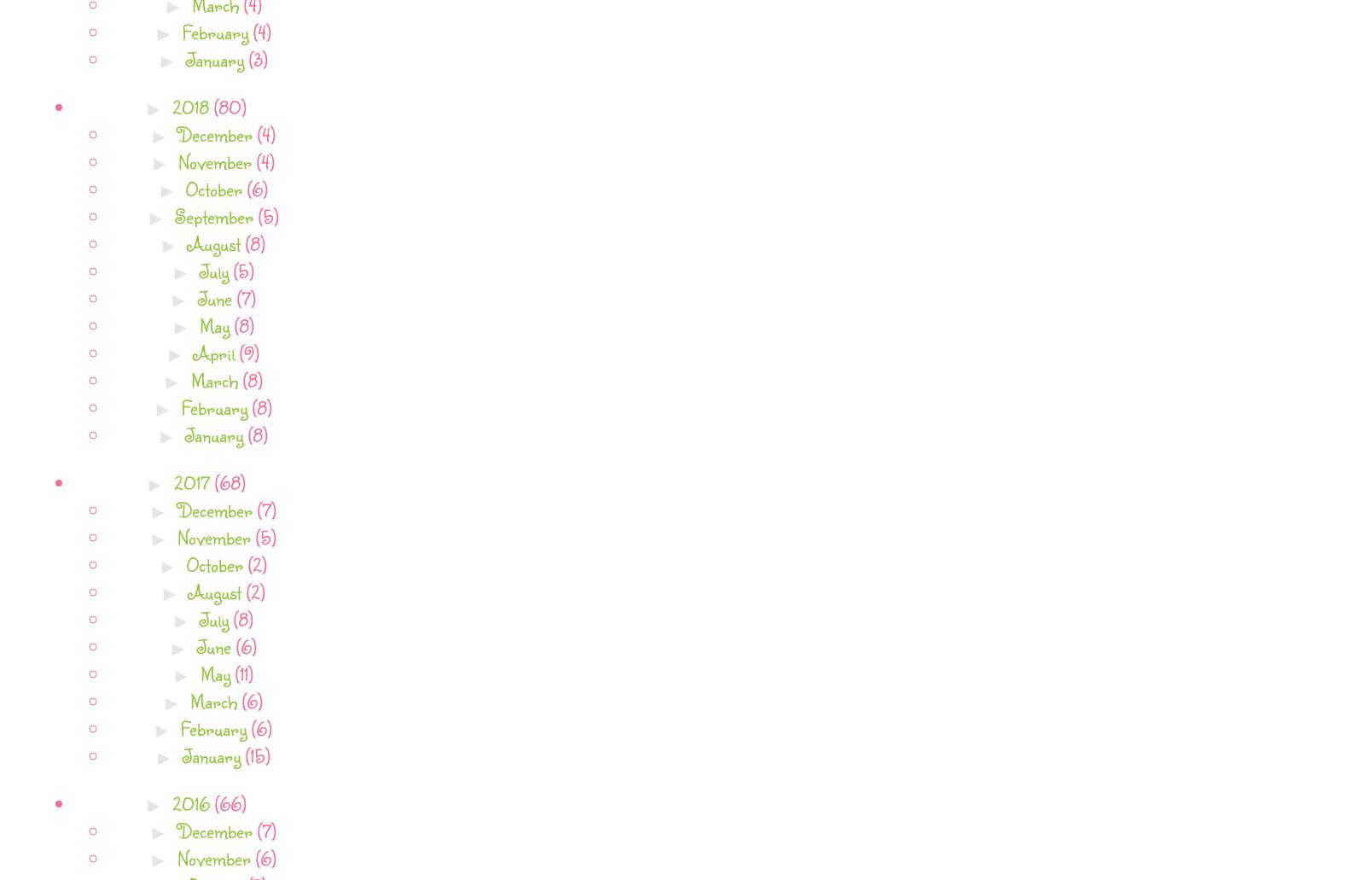 Image resolution: width=1372 pixels, height=880 pixels. What do you see at coordinates (217, 351) in the screenshot?
I see `'April'` at bounding box center [217, 351].